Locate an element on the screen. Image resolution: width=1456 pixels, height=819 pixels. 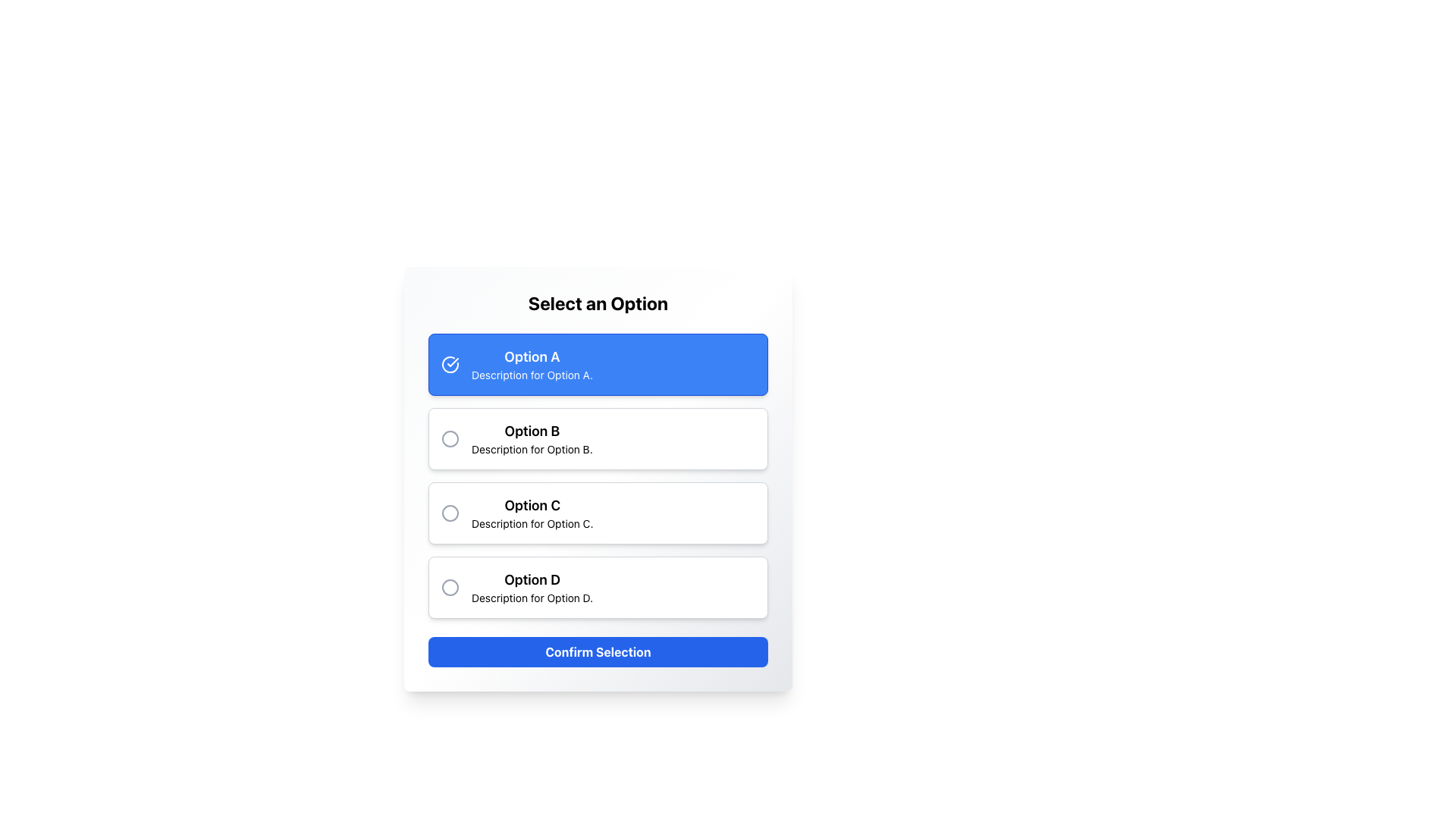
the confirmation button located at the bottom of the options list to trigger the visual hover effect is located at coordinates (597, 651).